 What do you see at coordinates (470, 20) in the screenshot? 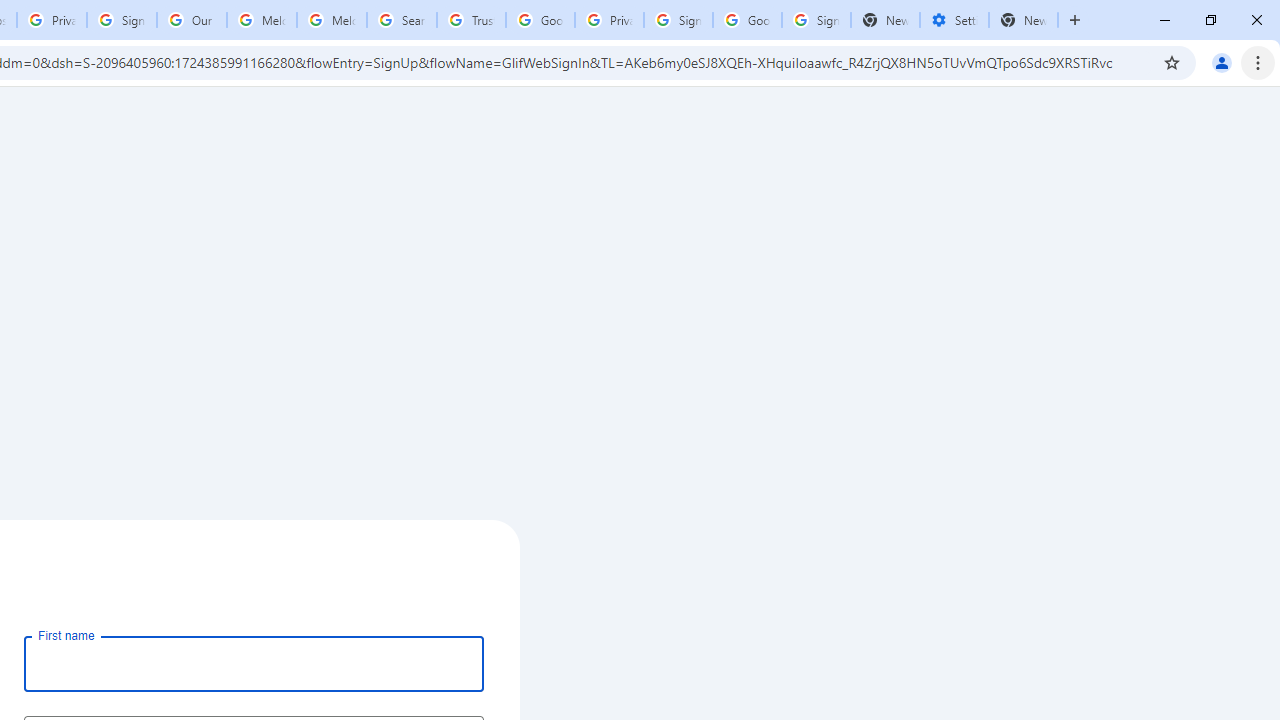
I see `'Trusted Information and Content - Google Safety Center'` at bounding box center [470, 20].